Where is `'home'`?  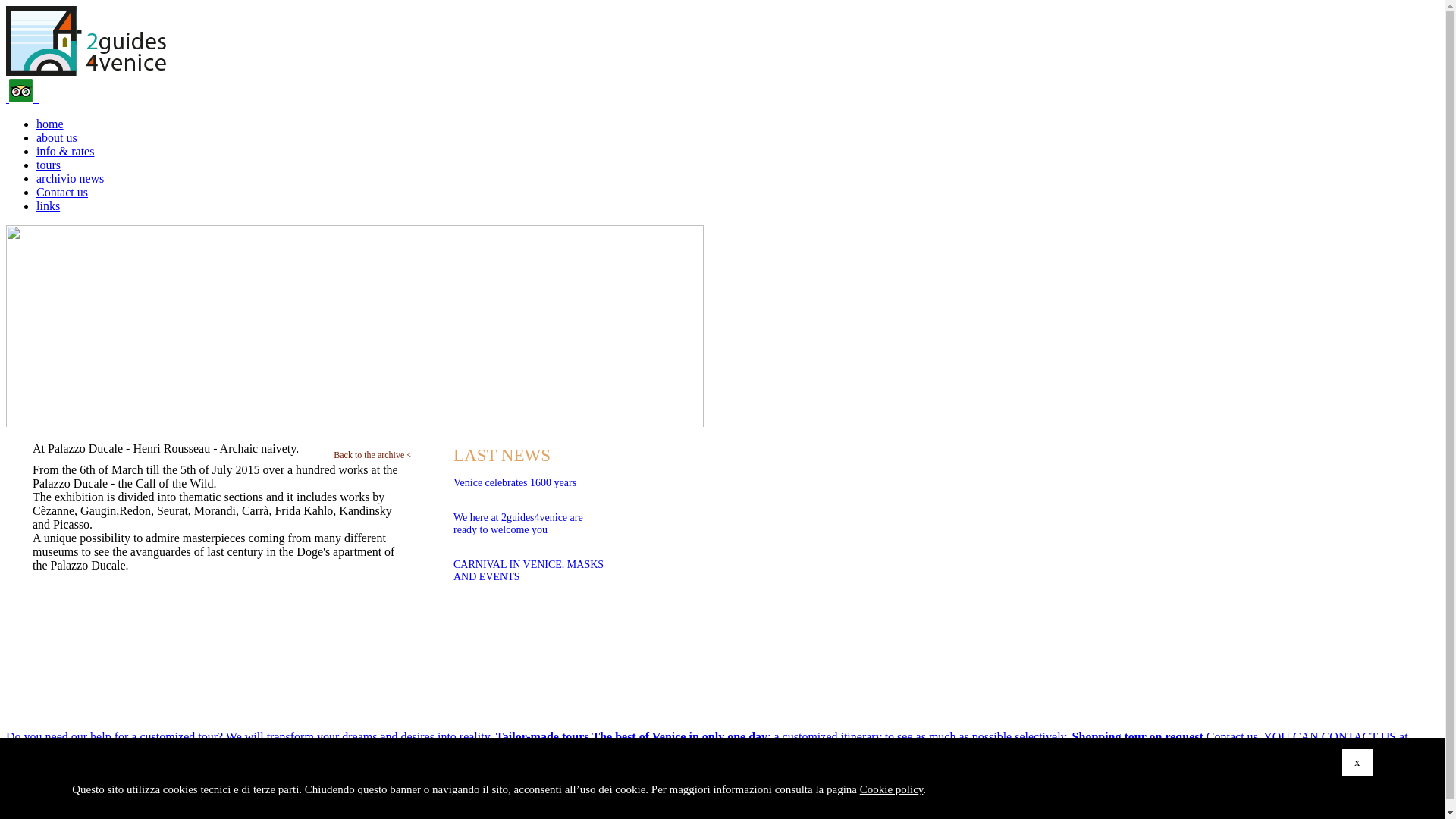 'home' is located at coordinates (36, 123).